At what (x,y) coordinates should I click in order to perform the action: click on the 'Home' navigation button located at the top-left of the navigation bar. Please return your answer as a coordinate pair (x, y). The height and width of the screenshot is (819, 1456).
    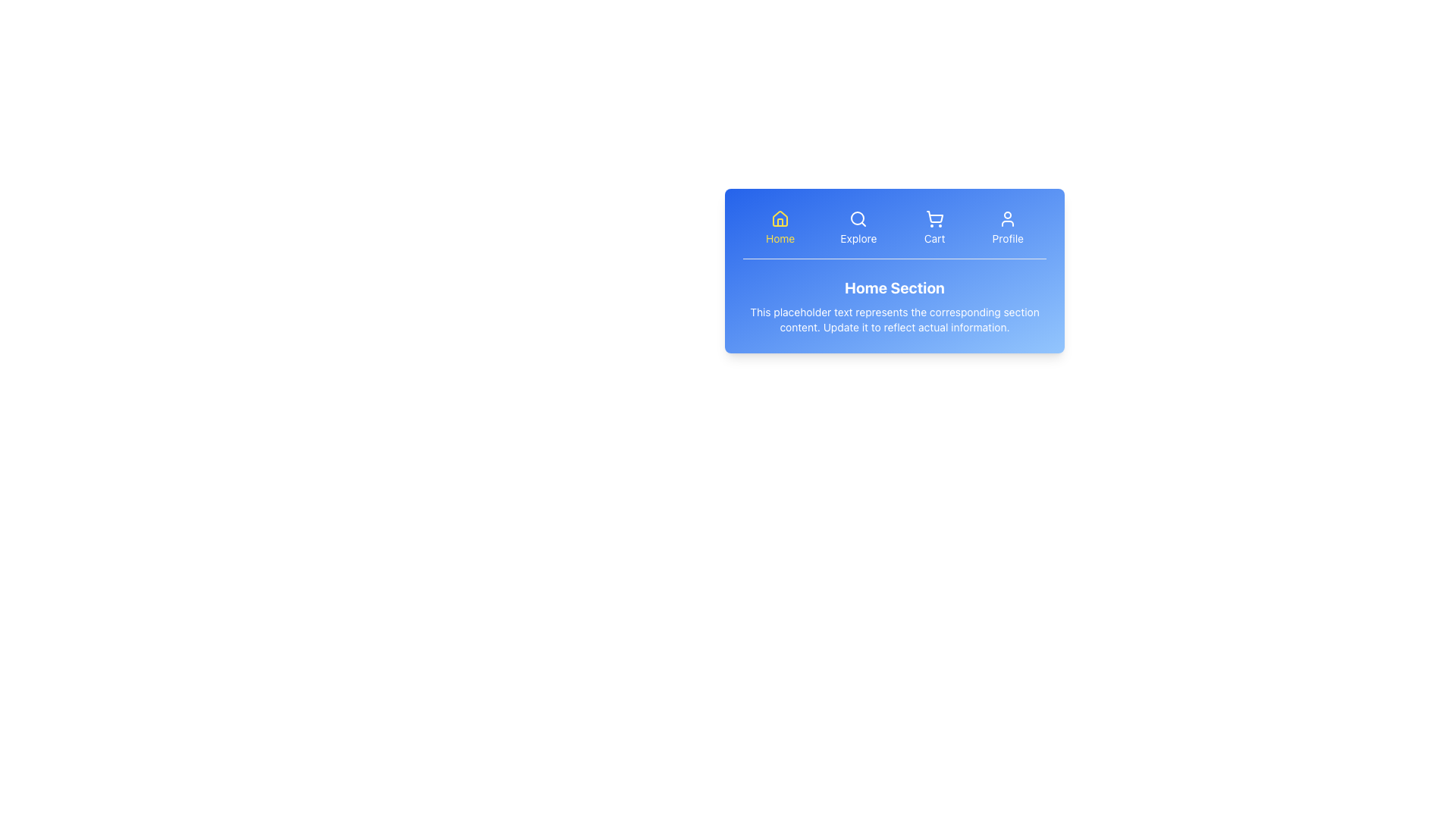
    Looking at the image, I should click on (780, 227).